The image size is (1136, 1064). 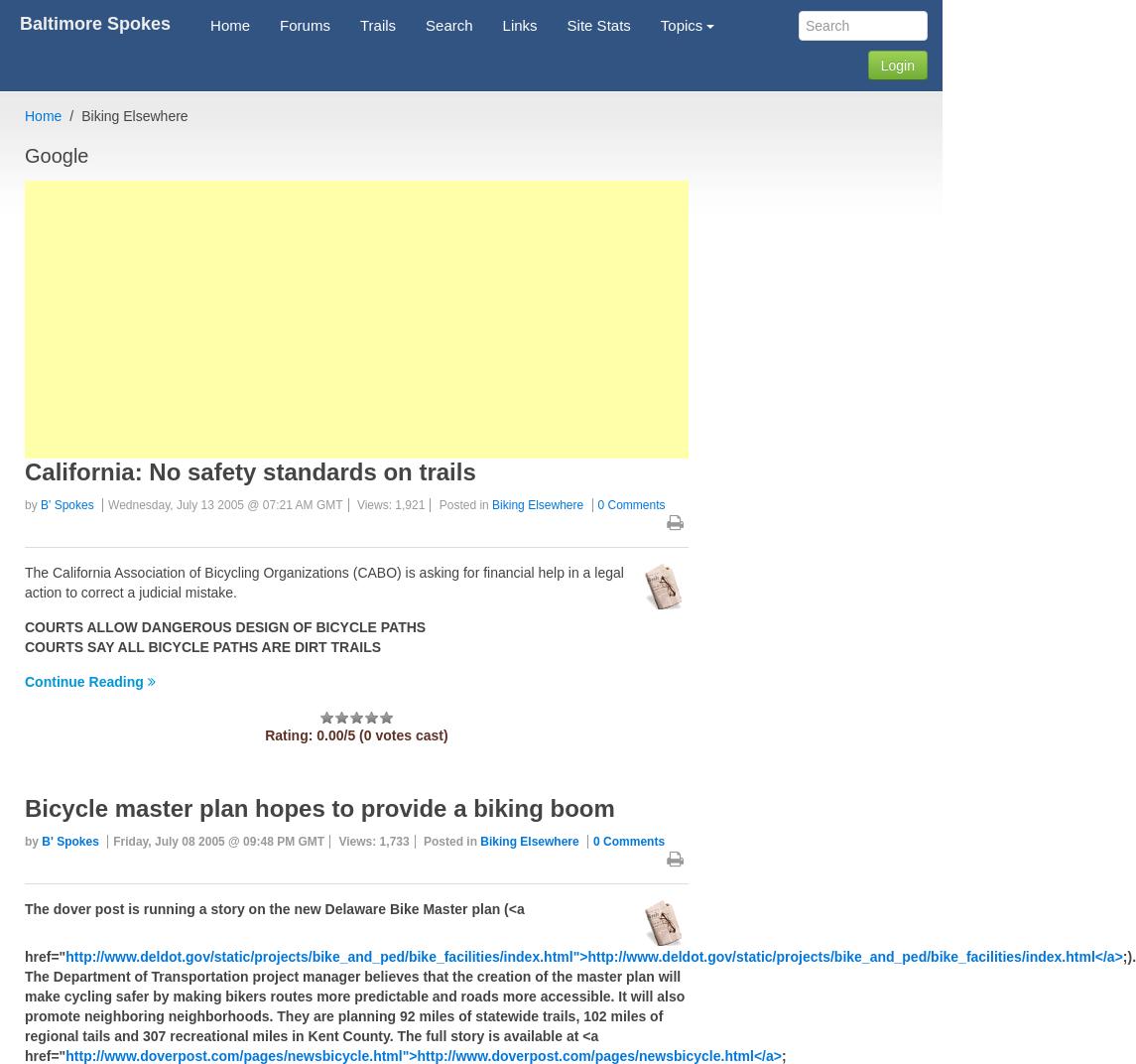 What do you see at coordinates (201, 646) in the screenshot?
I see `'COURTS SAY ALL BICYCLE PATHS ARE DIRT TRAILS'` at bounding box center [201, 646].